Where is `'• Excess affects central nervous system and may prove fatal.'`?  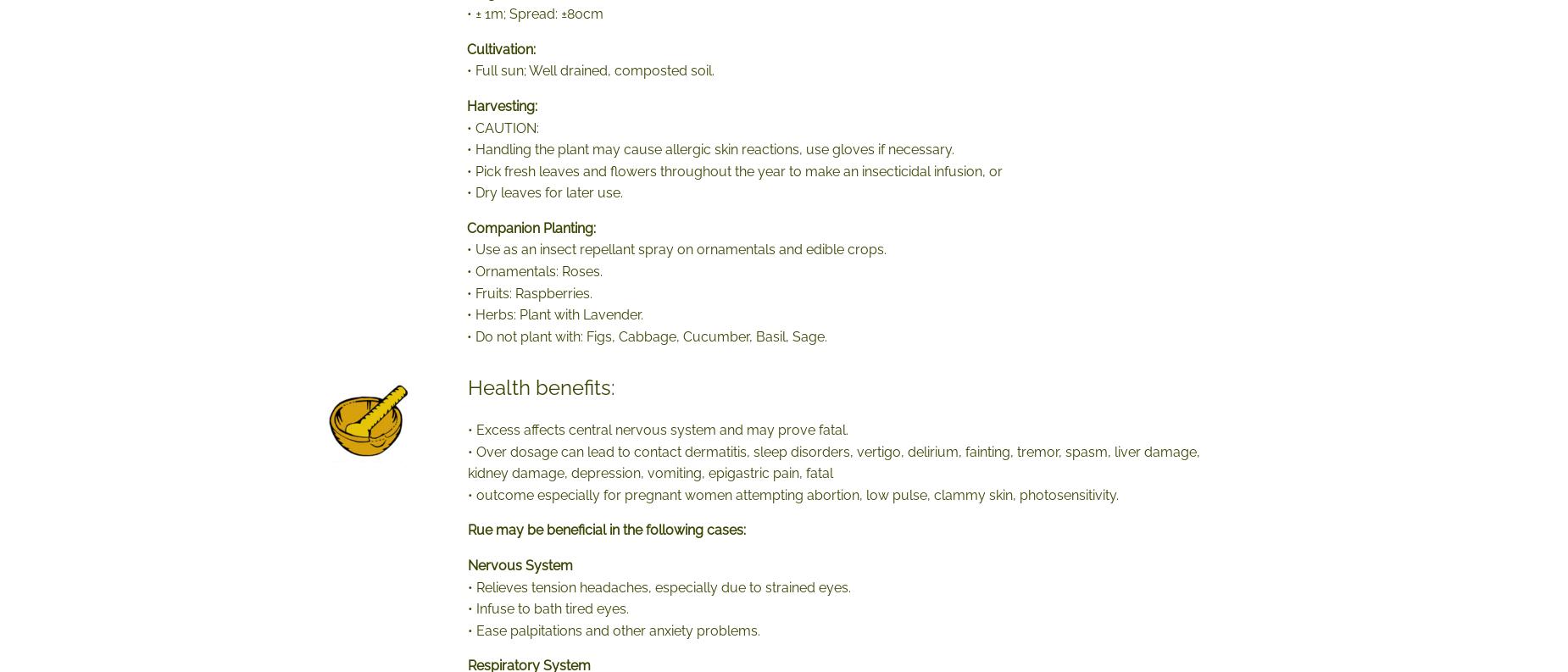
'• Excess affects central nervous system and may prove fatal.' is located at coordinates (468, 430).